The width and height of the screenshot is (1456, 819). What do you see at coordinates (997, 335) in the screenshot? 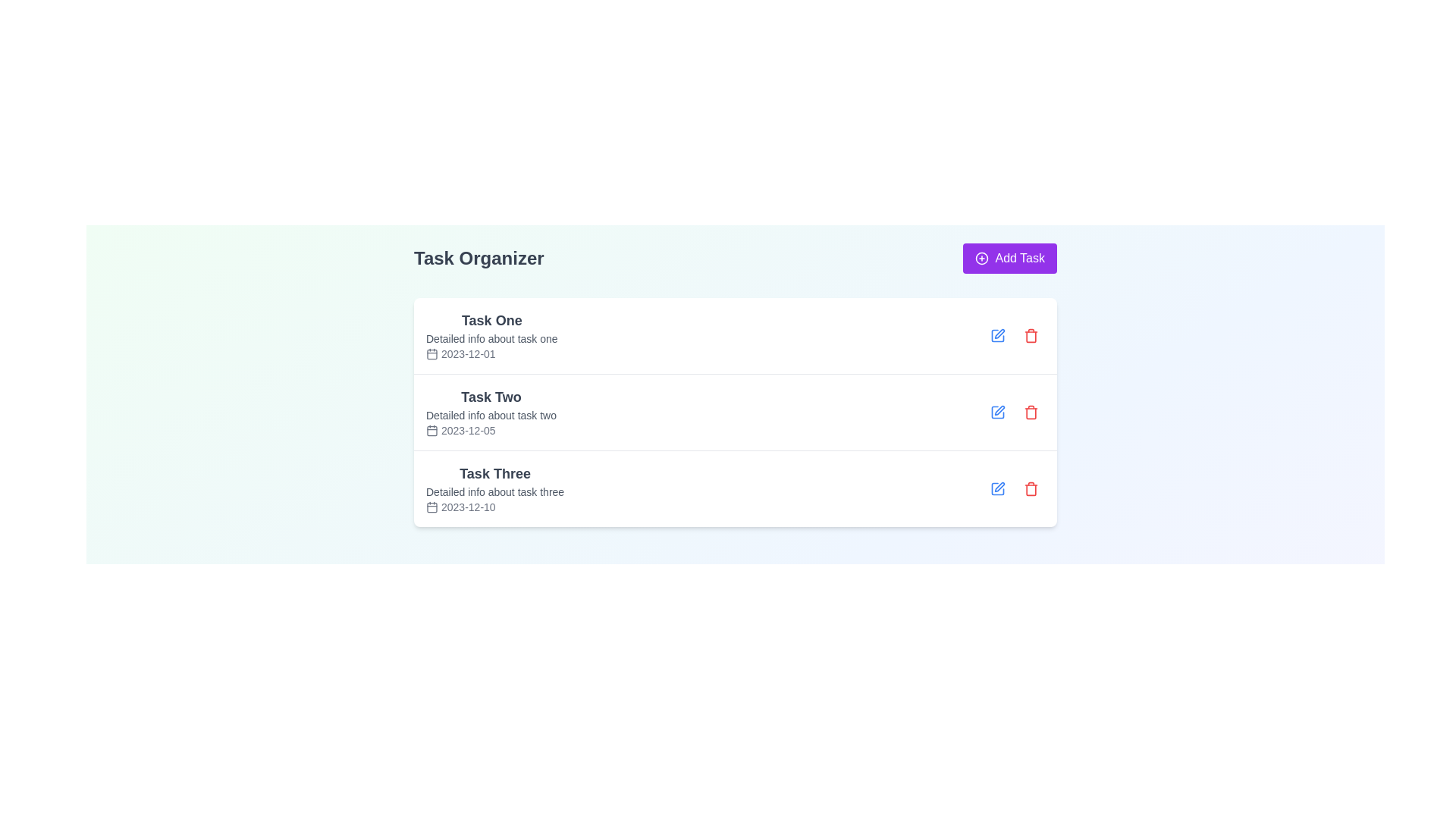
I see `the edit icon button for 'Task One'` at bounding box center [997, 335].